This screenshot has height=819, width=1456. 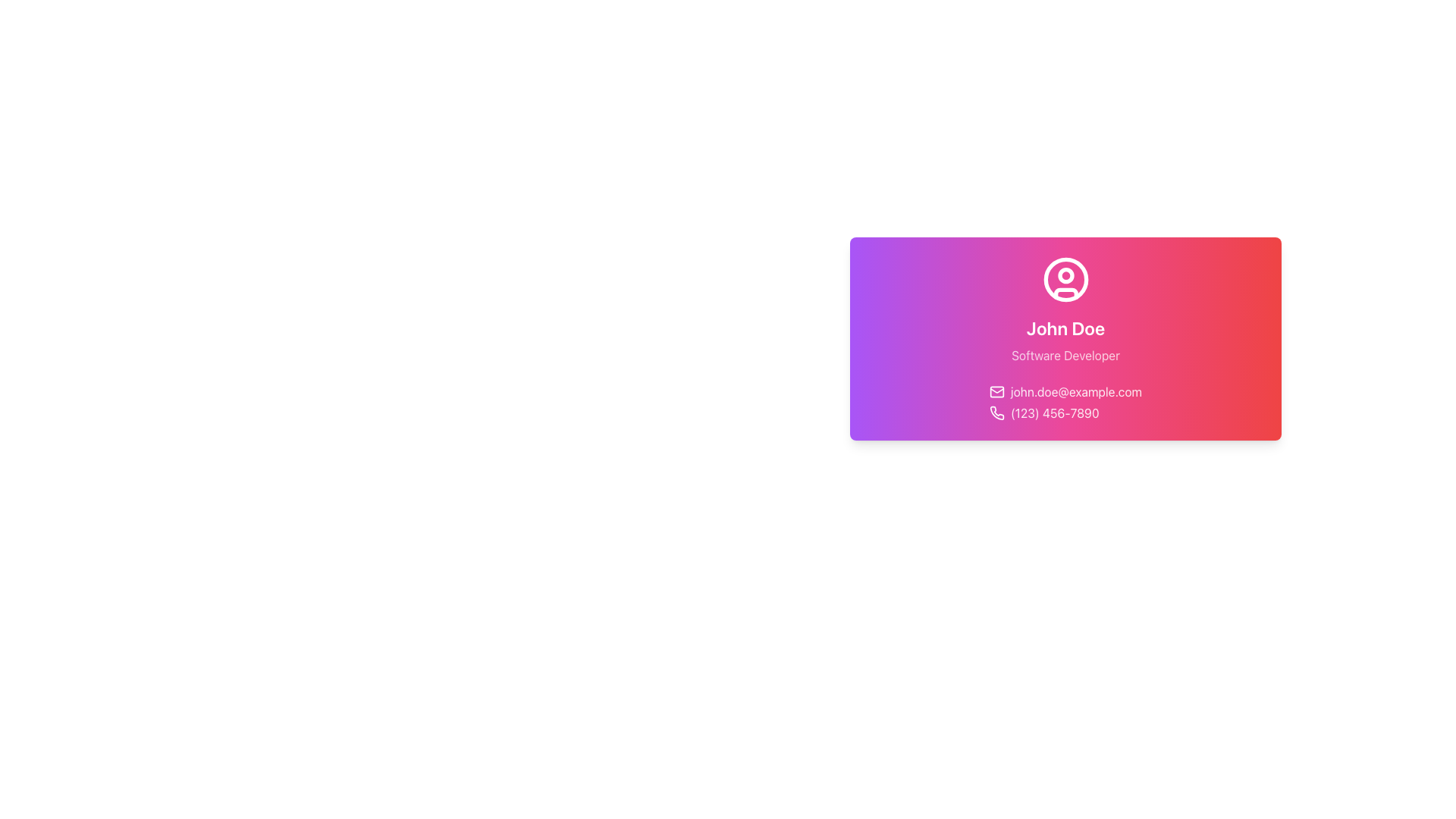 What do you see at coordinates (1065, 280) in the screenshot?
I see `the outer circle of the user avatar icon, which serves as a visual identifier for the user profile representation` at bounding box center [1065, 280].